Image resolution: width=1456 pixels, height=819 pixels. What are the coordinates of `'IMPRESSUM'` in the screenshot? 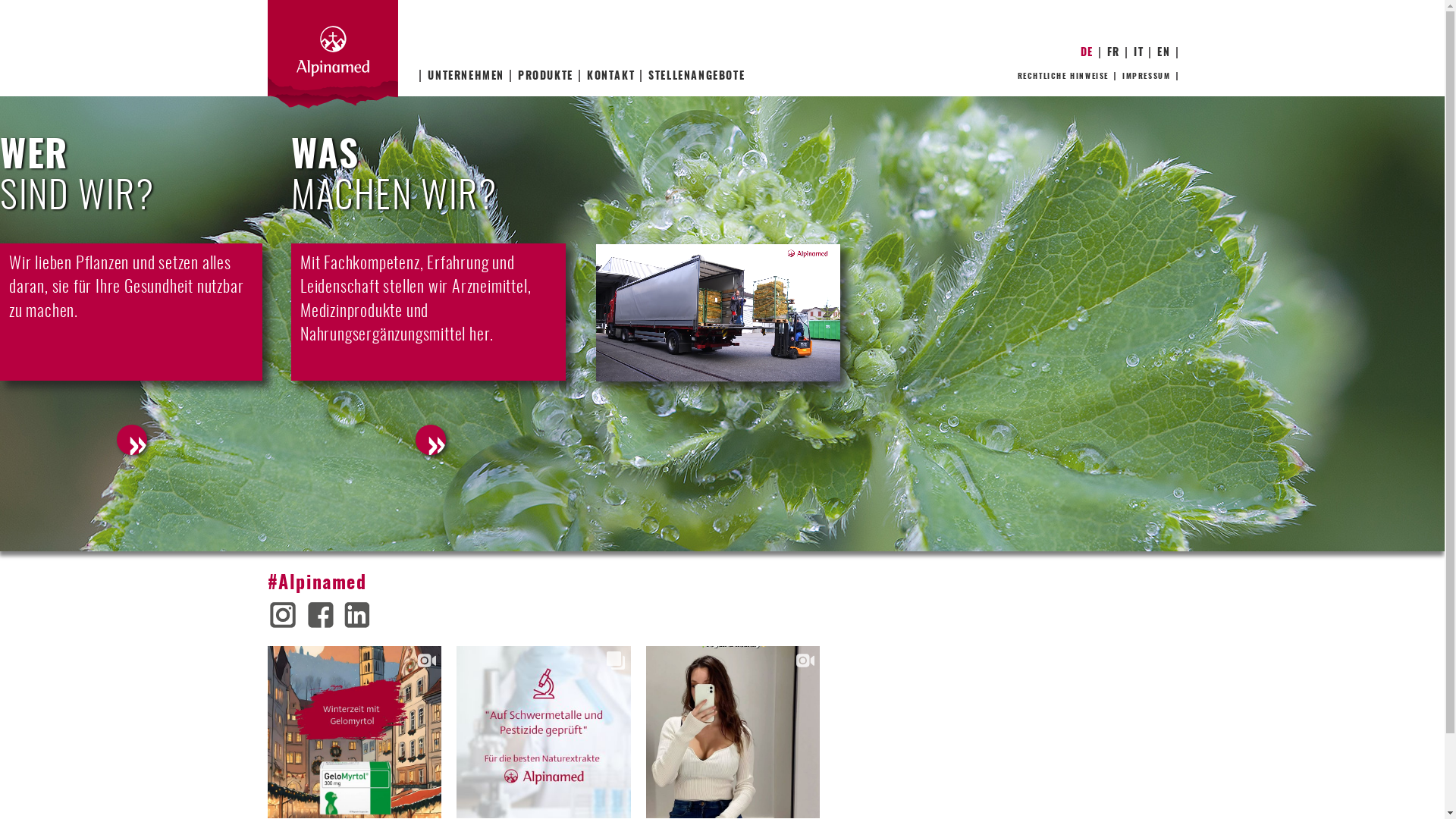 It's located at (1115, 76).